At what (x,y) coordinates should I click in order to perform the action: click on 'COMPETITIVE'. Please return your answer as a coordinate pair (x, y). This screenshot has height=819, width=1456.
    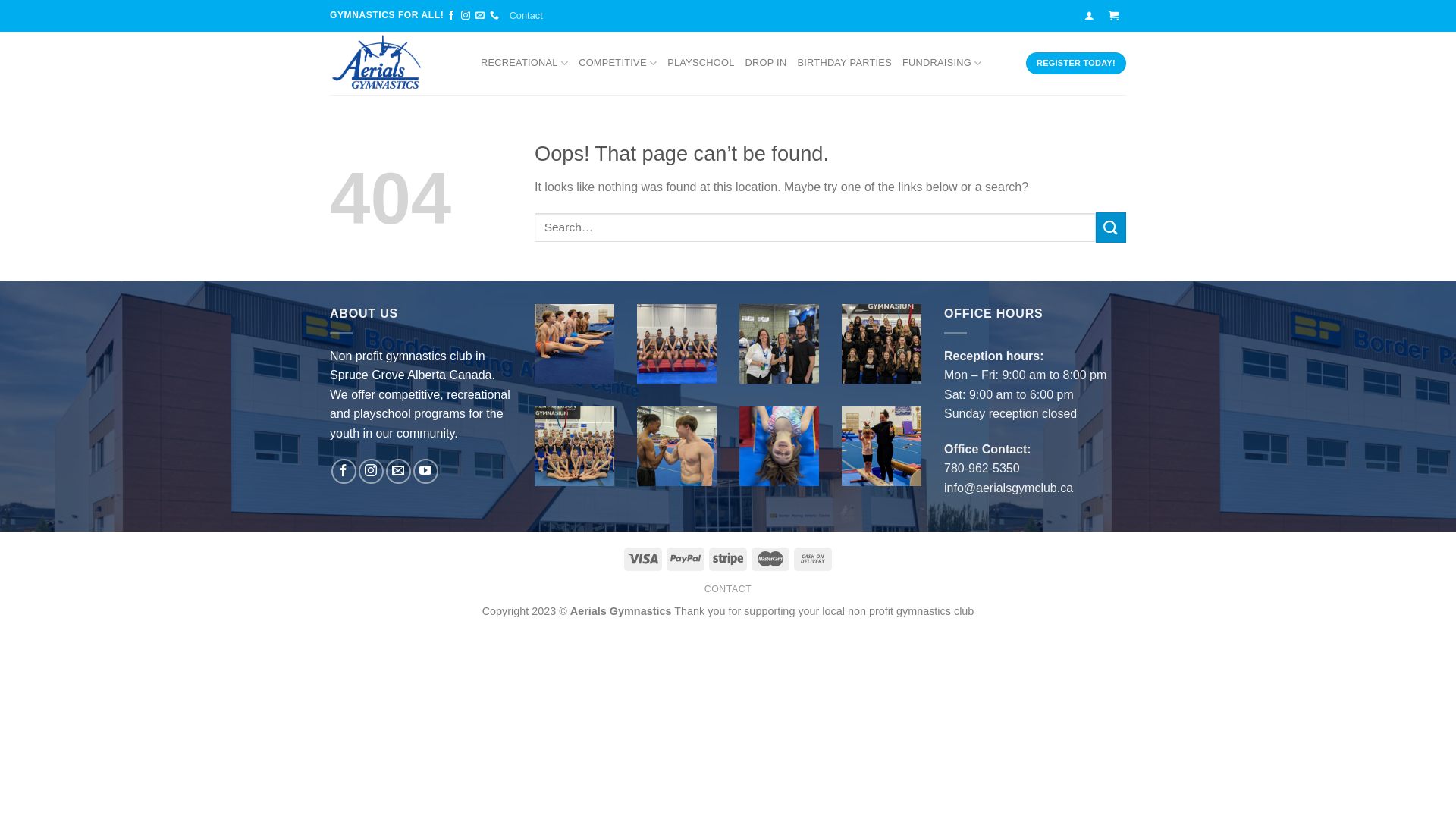
    Looking at the image, I should click on (578, 62).